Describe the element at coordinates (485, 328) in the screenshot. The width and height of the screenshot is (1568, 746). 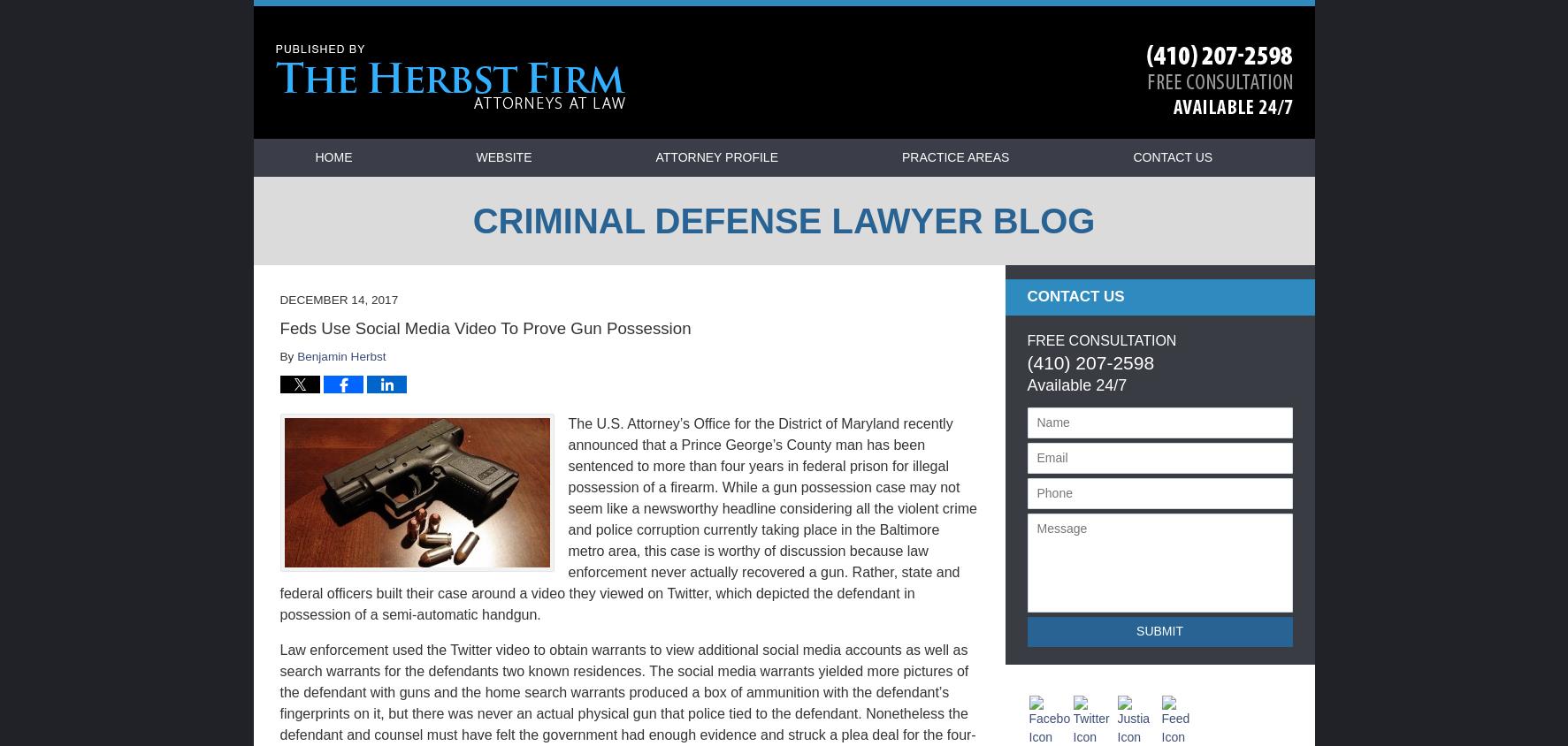
I see `'Feds Use Social Media Video To Prove Gun Possession'` at that location.